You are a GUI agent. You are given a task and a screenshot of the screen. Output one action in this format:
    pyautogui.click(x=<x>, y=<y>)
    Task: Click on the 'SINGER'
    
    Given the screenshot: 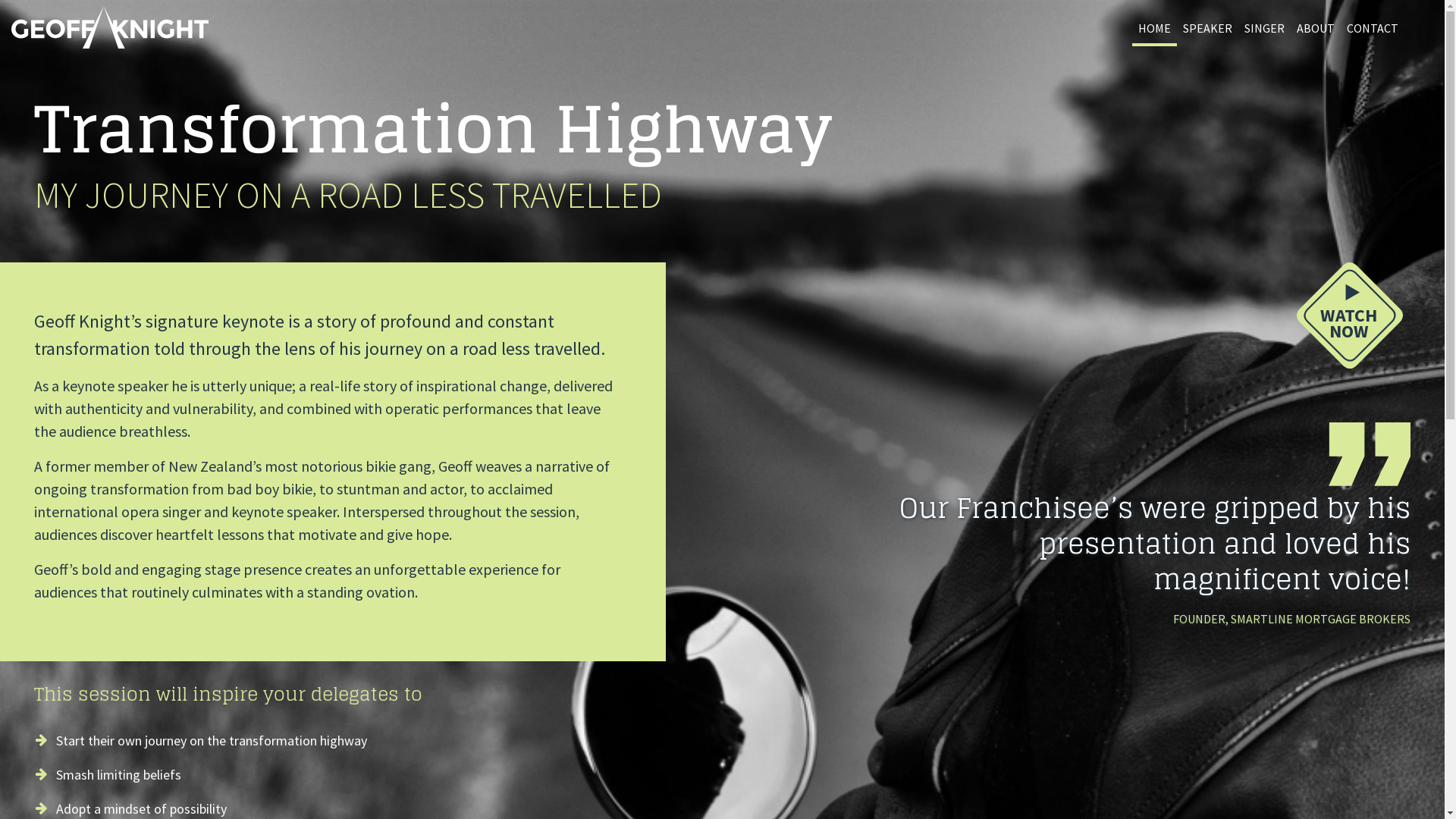 What is the action you would take?
    pyautogui.click(x=1264, y=29)
    